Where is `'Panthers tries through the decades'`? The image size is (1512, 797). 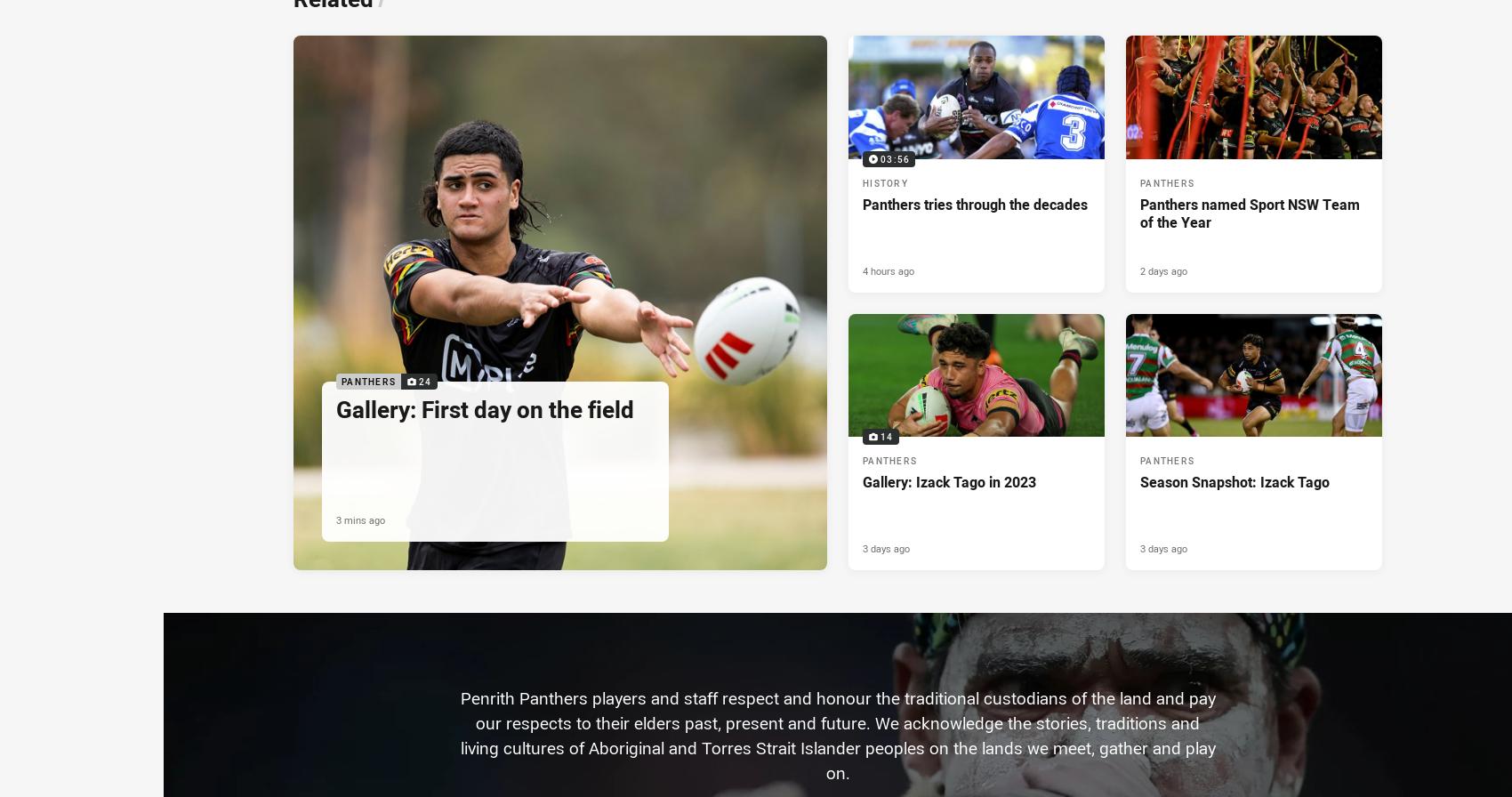
'Panthers tries through the decades' is located at coordinates (975, 204).